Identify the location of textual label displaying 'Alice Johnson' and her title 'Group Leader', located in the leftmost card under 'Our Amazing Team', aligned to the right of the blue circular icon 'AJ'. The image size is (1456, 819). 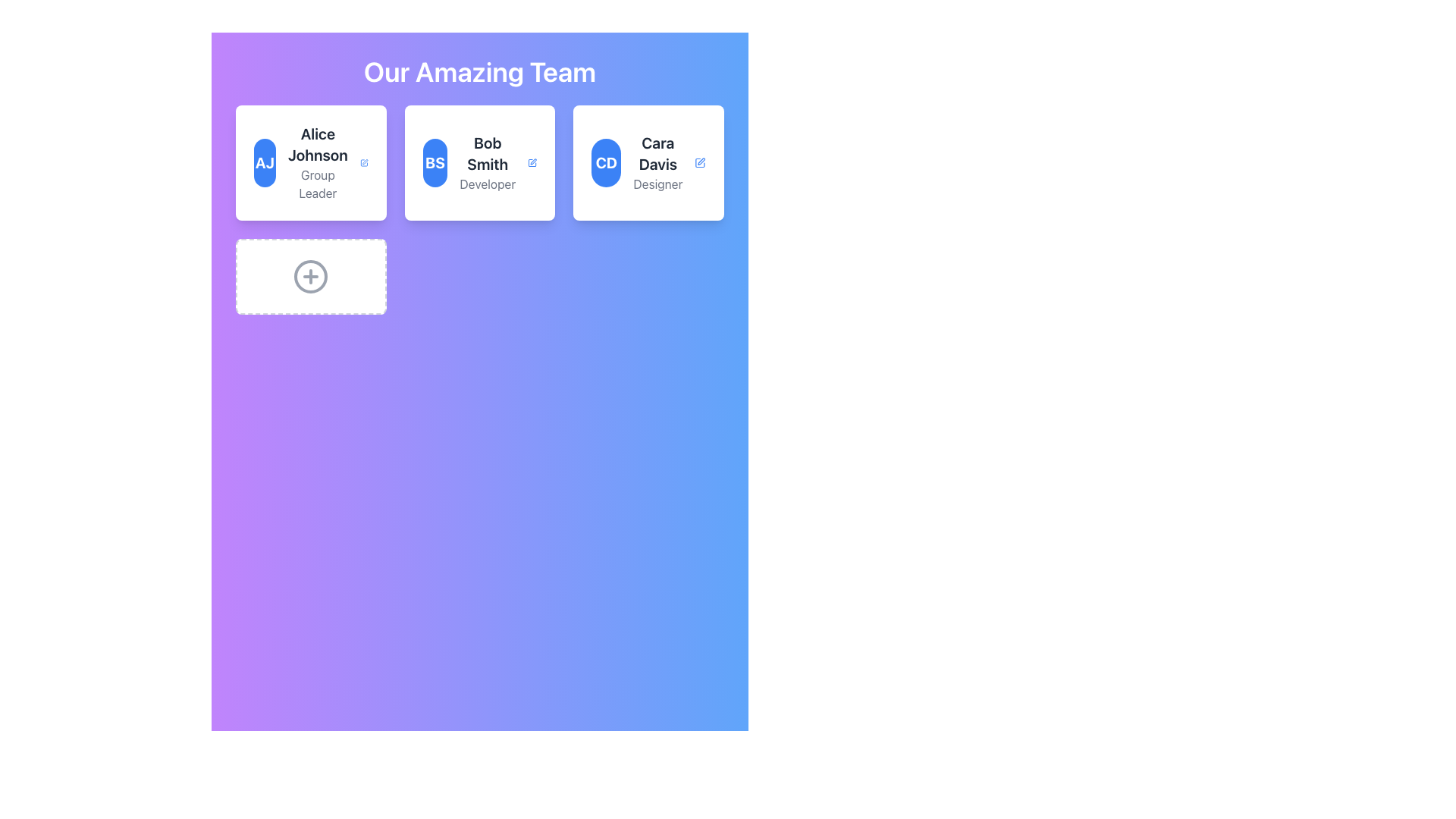
(317, 163).